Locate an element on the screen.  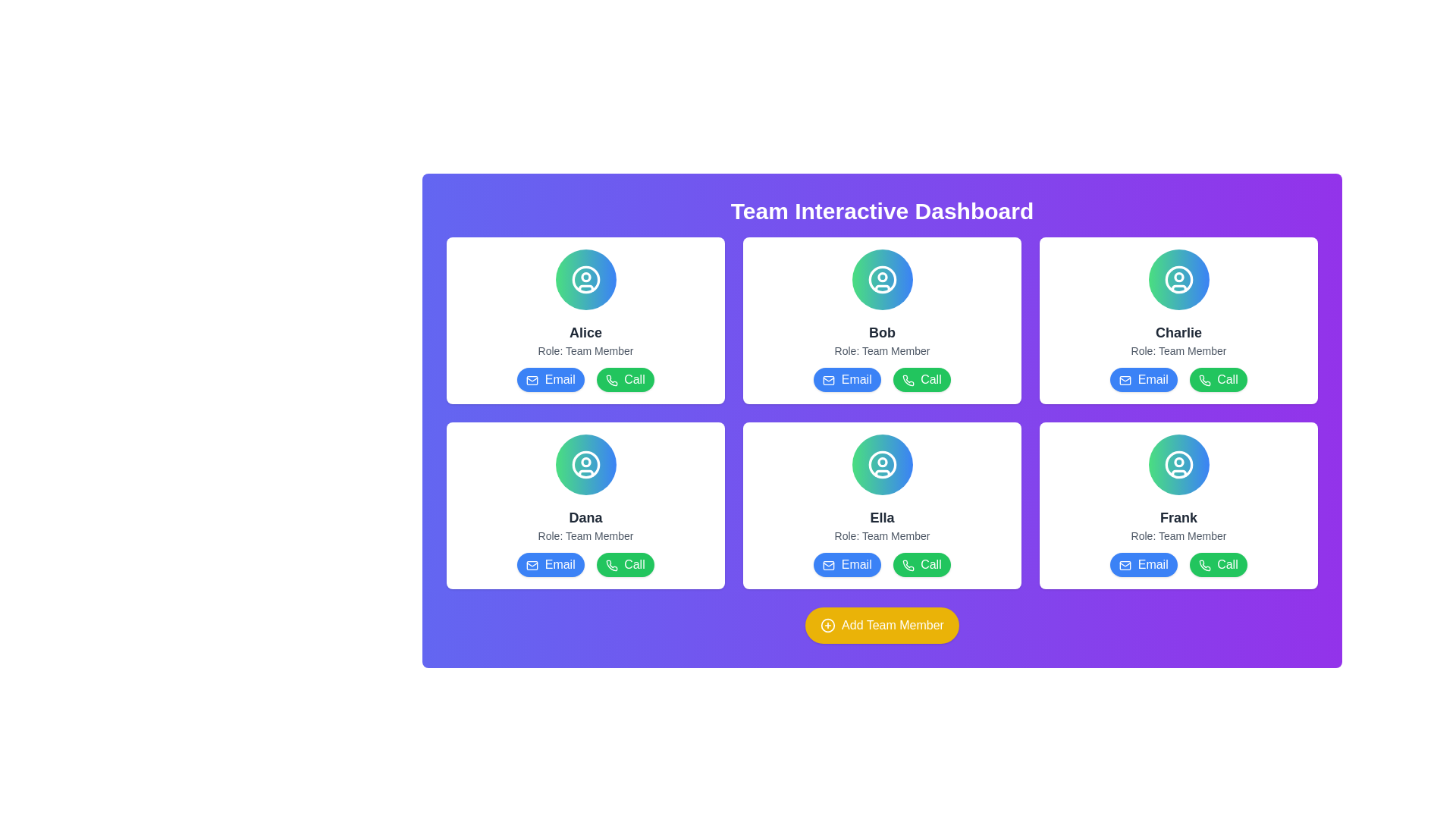
the first button in the two-button group under the 'Bob' profile card is located at coordinates (846, 379).